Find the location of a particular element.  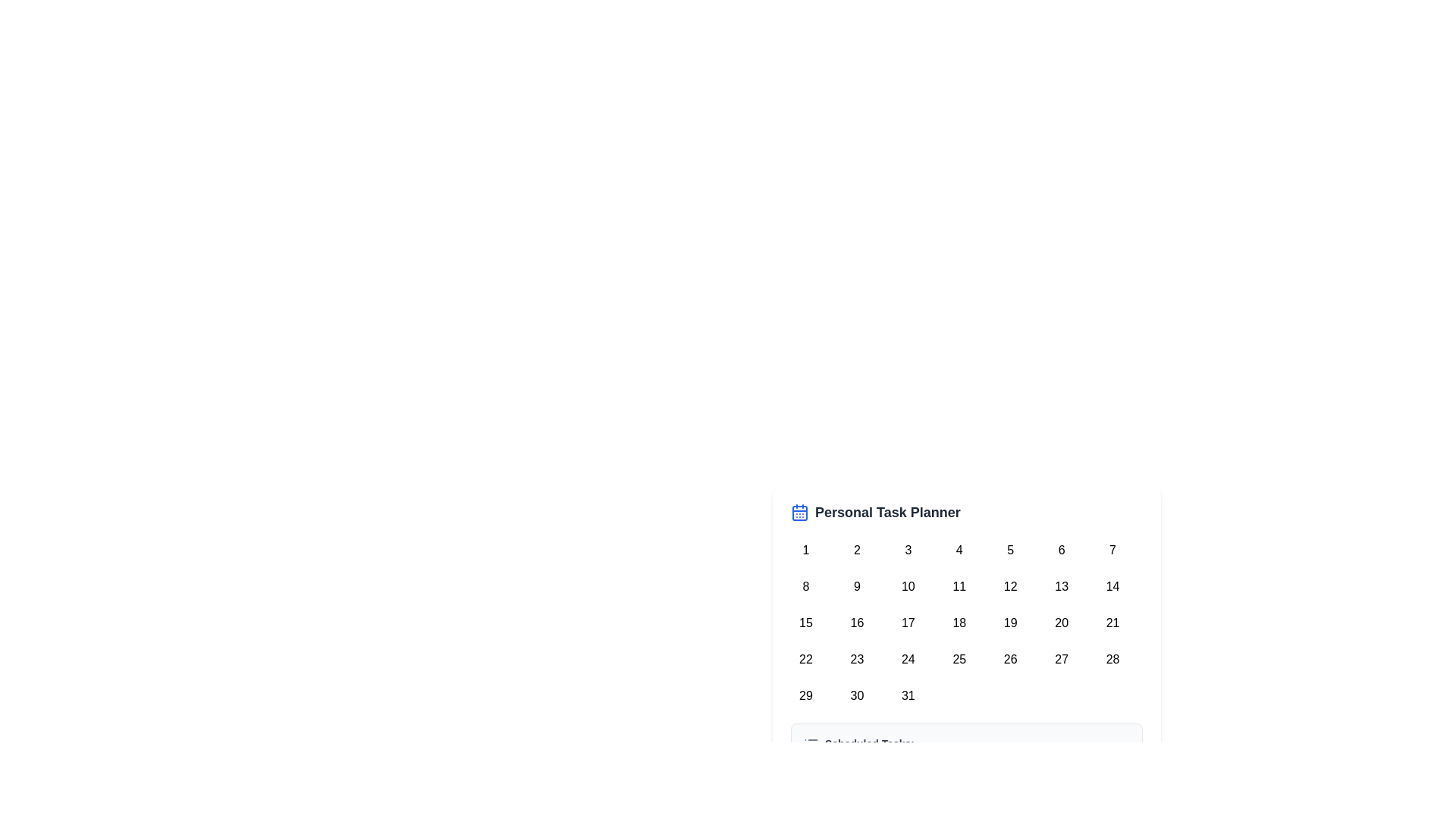

the button representing the 27th day of the month in the calendar interface is located at coordinates (1061, 659).